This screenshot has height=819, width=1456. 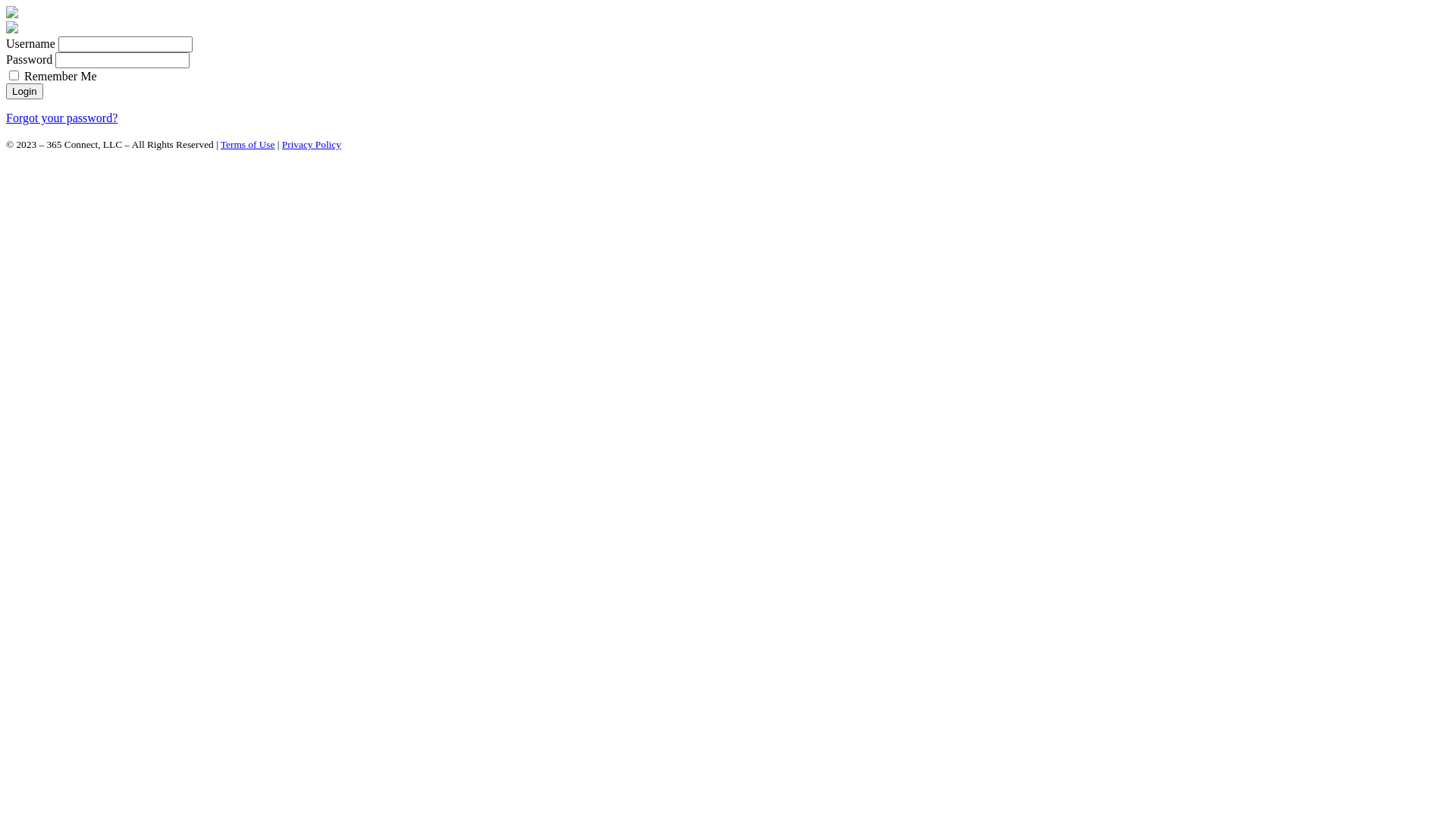 What do you see at coordinates (61, 117) in the screenshot?
I see `'Forgot your password?'` at bounding box center [61, 117].